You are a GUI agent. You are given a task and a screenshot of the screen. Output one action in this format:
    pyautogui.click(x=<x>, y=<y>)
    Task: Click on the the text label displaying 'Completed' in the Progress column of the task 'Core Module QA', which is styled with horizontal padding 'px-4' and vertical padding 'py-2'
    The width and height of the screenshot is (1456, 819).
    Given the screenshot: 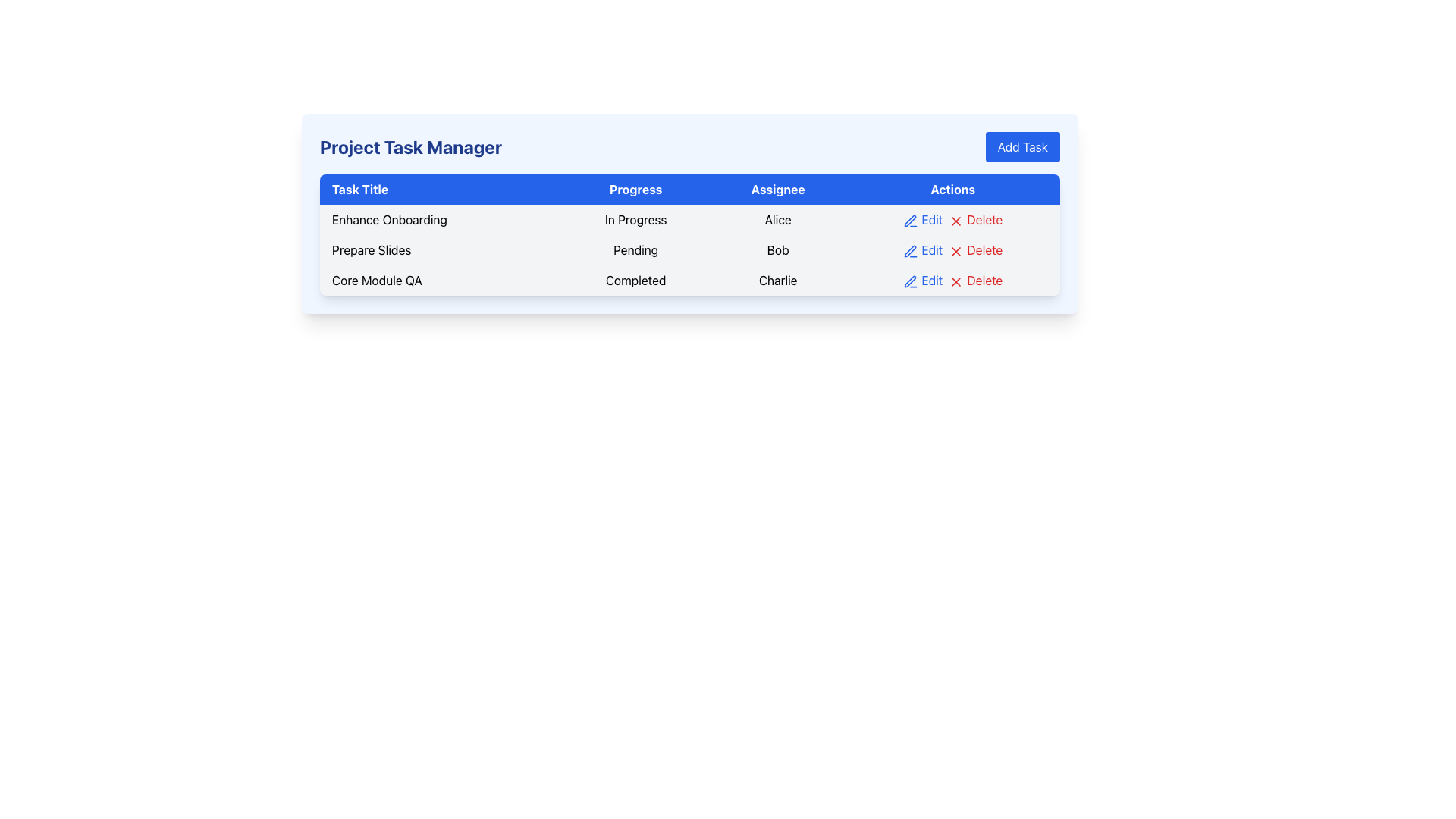 What is the action you would take?
    pyautogui.click(x=635, y=281)
    